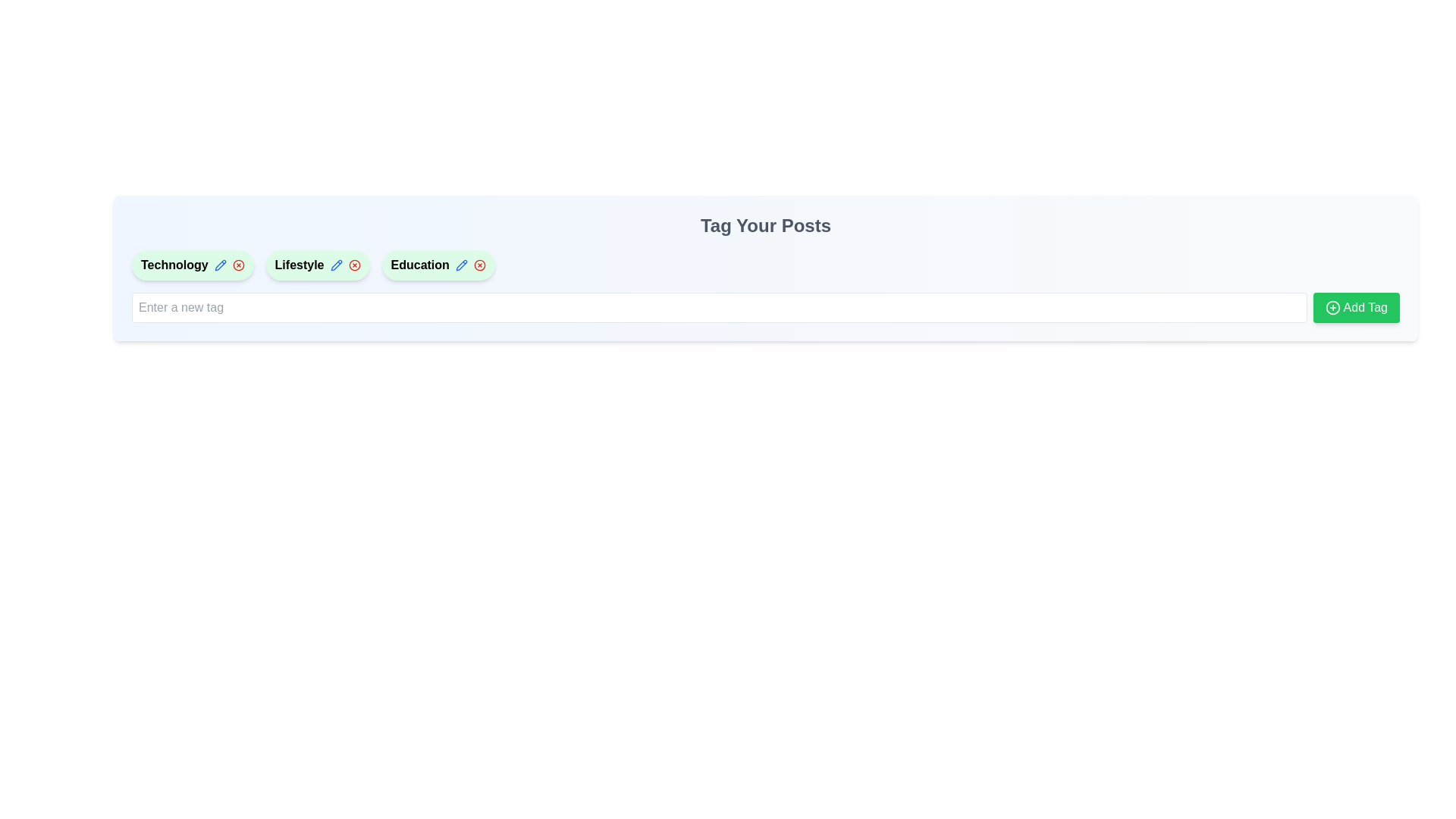 This screenshot has height=819, width=1456. Describe the element at coordinates (237, 265) in the screenshot. I see `the icon button located at the far right of the 'Technology' tag in the 'Tag Your Posts' section` at that location.